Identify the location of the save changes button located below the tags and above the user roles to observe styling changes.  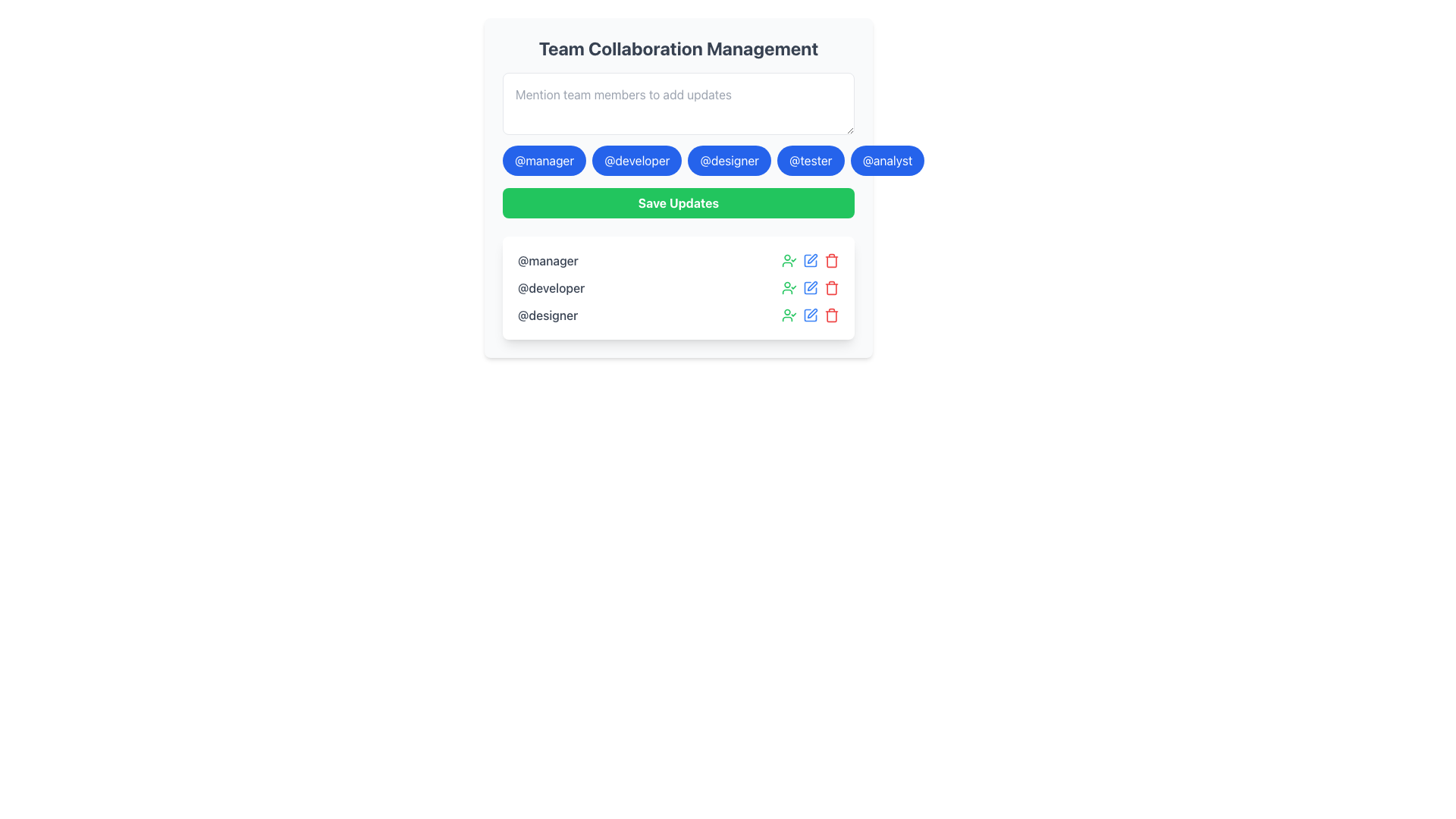
(677, 202).